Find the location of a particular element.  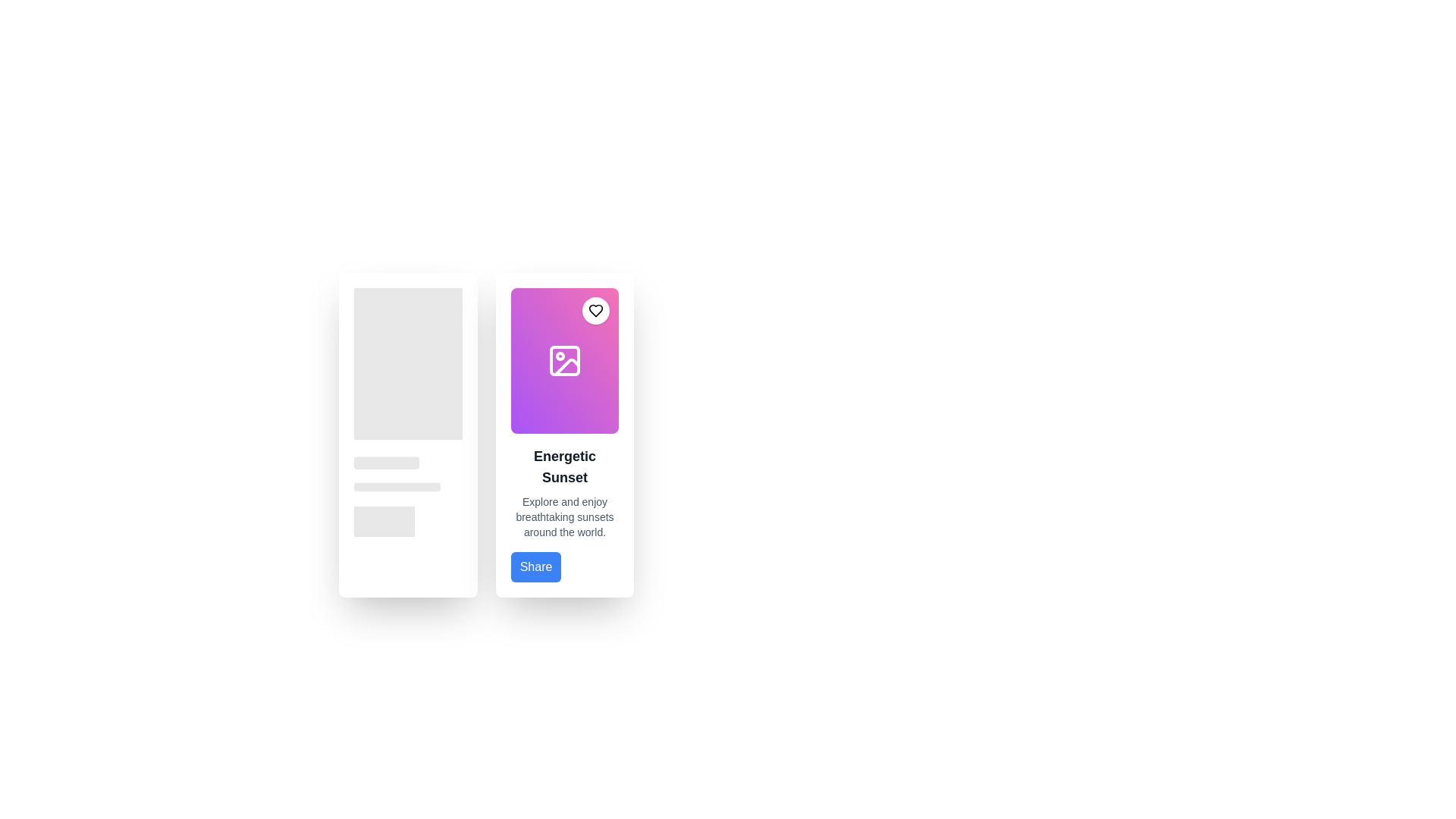

the Skeleton placeholder rectangle, which serves as a loading indicator for content is located at coordinates (384, 520).